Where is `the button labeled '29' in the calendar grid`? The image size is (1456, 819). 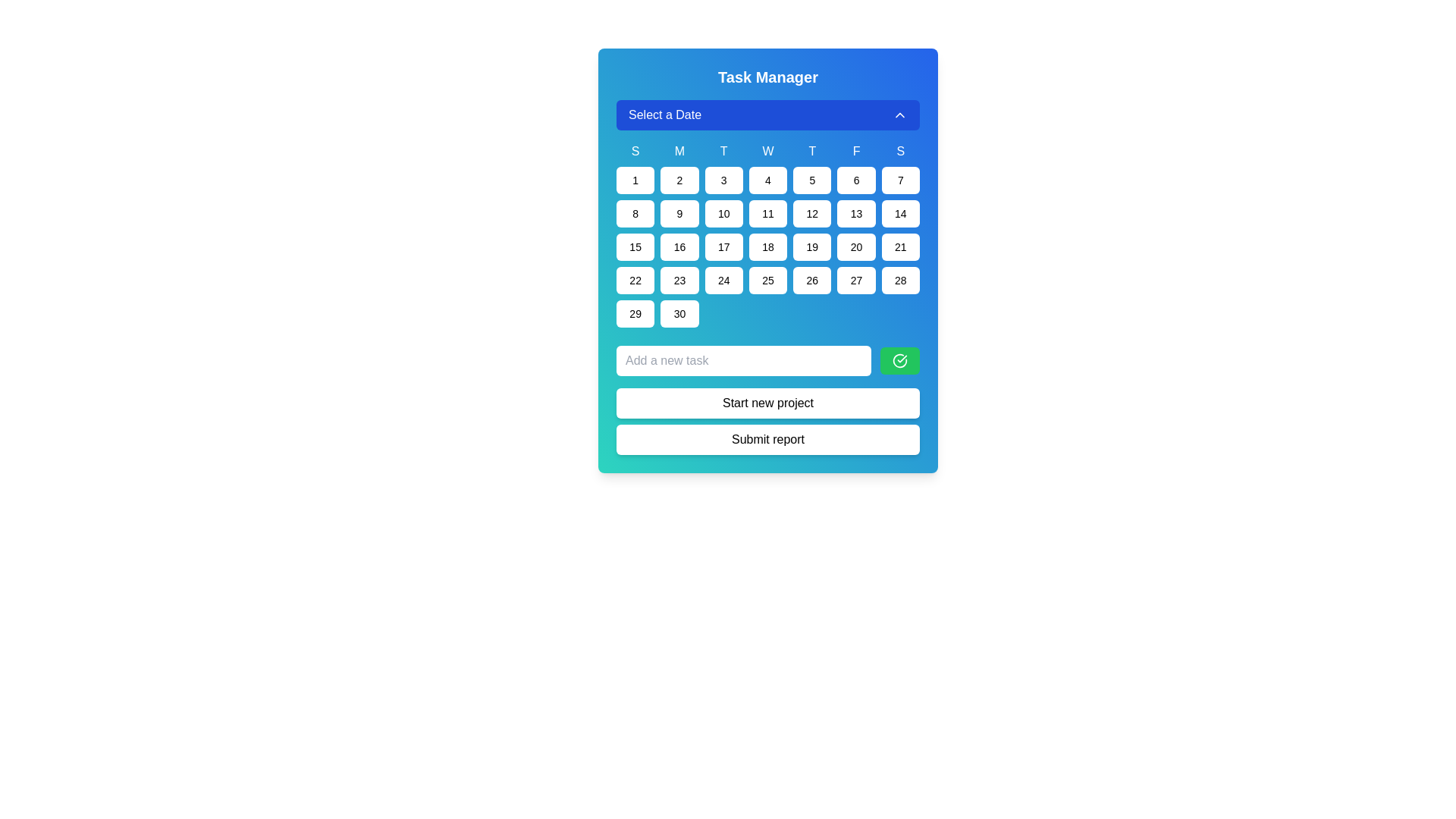
the button labeled '29' in the calendar grid is located at coordinates (635, 312).